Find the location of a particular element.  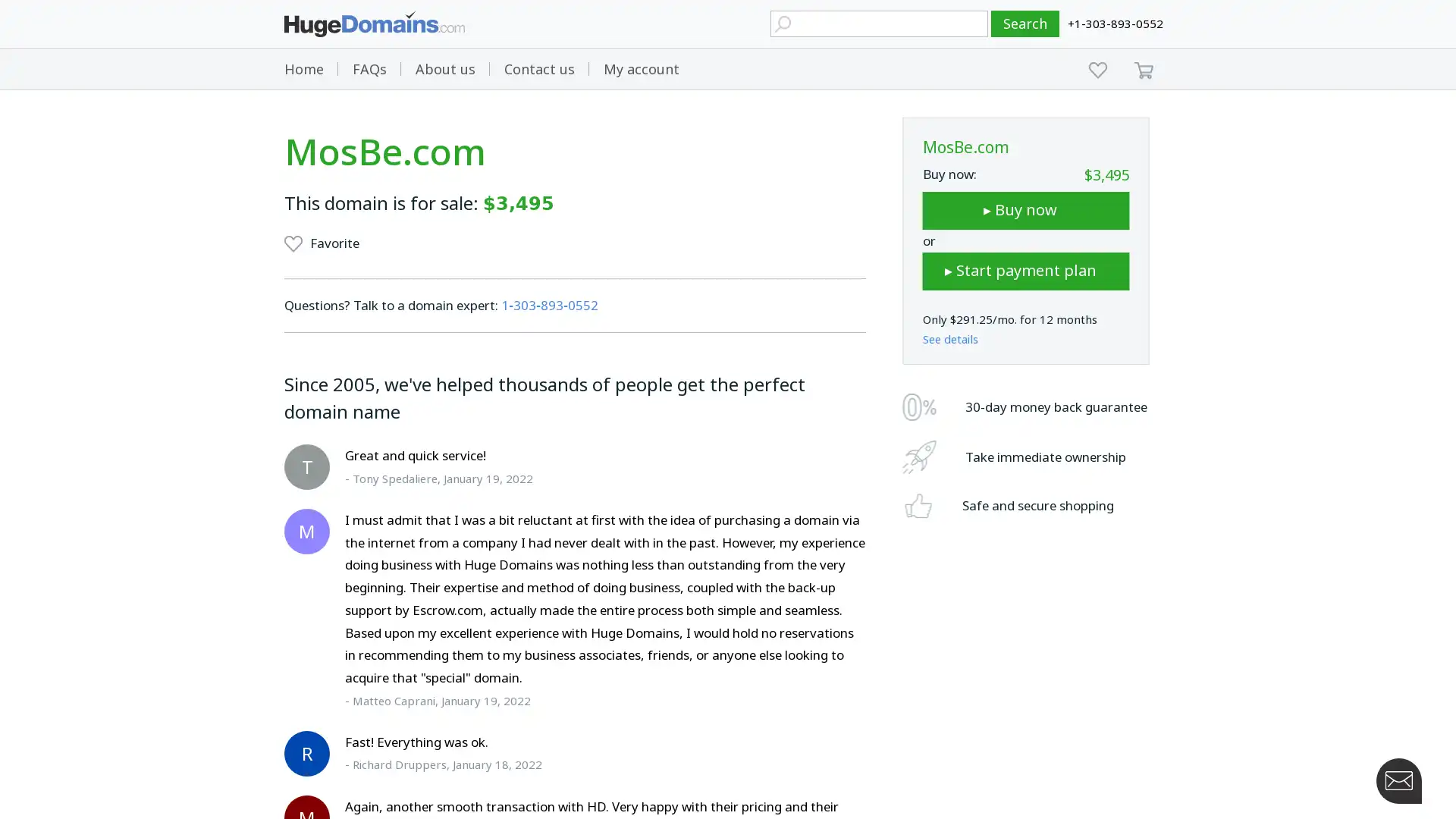

Search is located at coordinates (1025, 24).